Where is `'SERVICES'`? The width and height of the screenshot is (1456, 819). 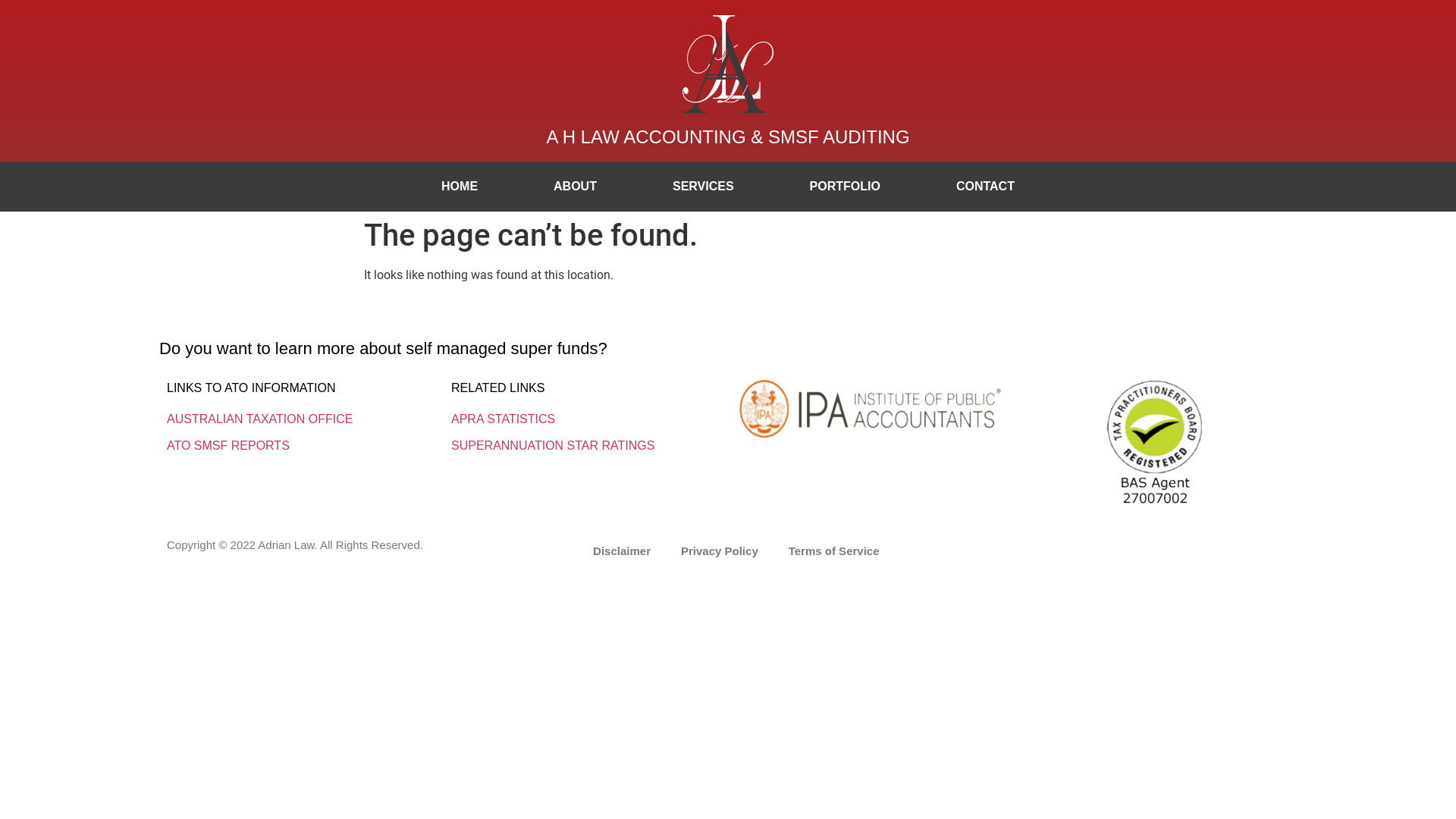 'SERVICES' is located at coordinates (634, 186).